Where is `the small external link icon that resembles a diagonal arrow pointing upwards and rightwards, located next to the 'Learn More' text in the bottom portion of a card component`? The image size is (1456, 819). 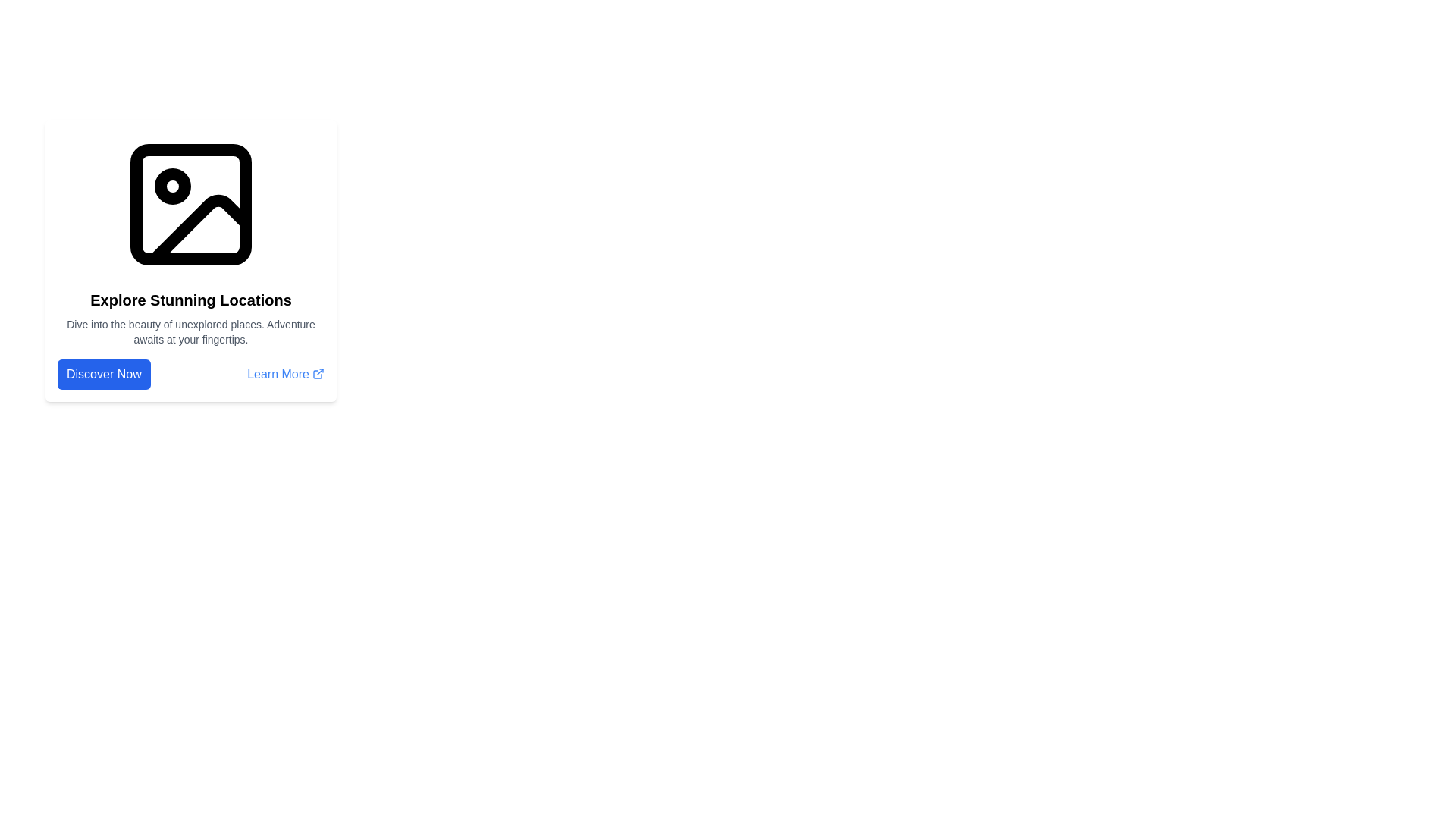 the small external link icon that resembles a diagonal arrow pointing upwards and rightwards, located next to the 'Learn More' text in the bottom portion of a card component is located at coordinates (318, 374).